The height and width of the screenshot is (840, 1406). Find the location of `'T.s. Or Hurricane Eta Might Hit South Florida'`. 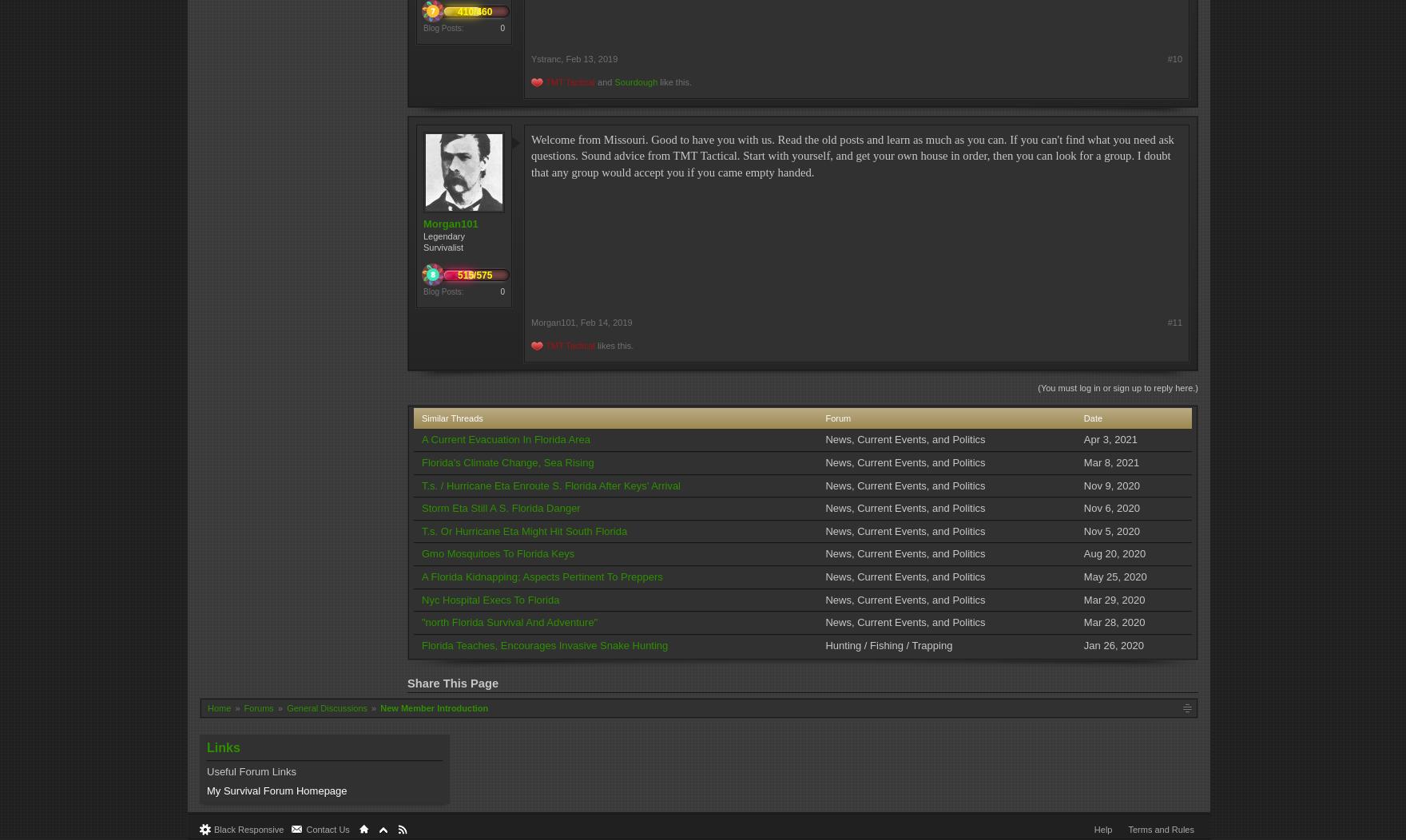

'T.s. Or Hurricane Eta Might Hit South Florida' is located at coordinates (524, 529).